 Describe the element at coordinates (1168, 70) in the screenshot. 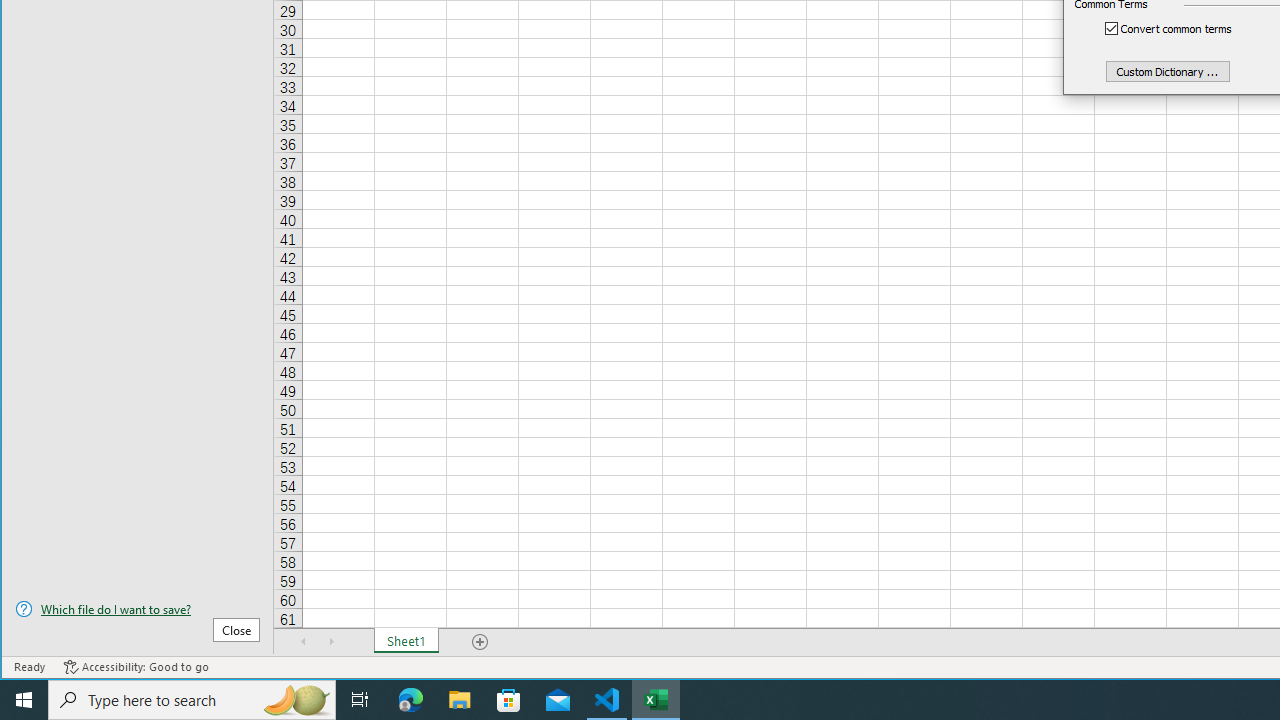

I see `'Custom Dictionary ...'` at that location.